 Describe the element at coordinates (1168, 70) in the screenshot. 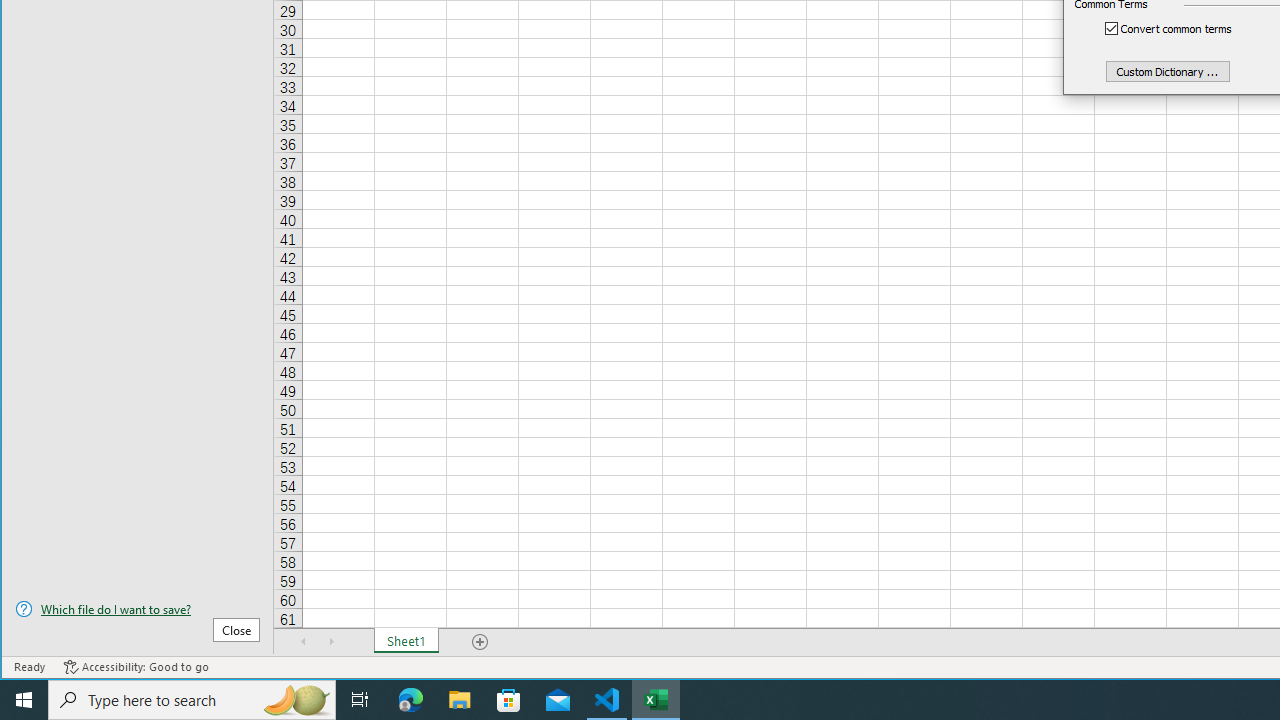

I see `'Custom Dictionary ...'` at that location.